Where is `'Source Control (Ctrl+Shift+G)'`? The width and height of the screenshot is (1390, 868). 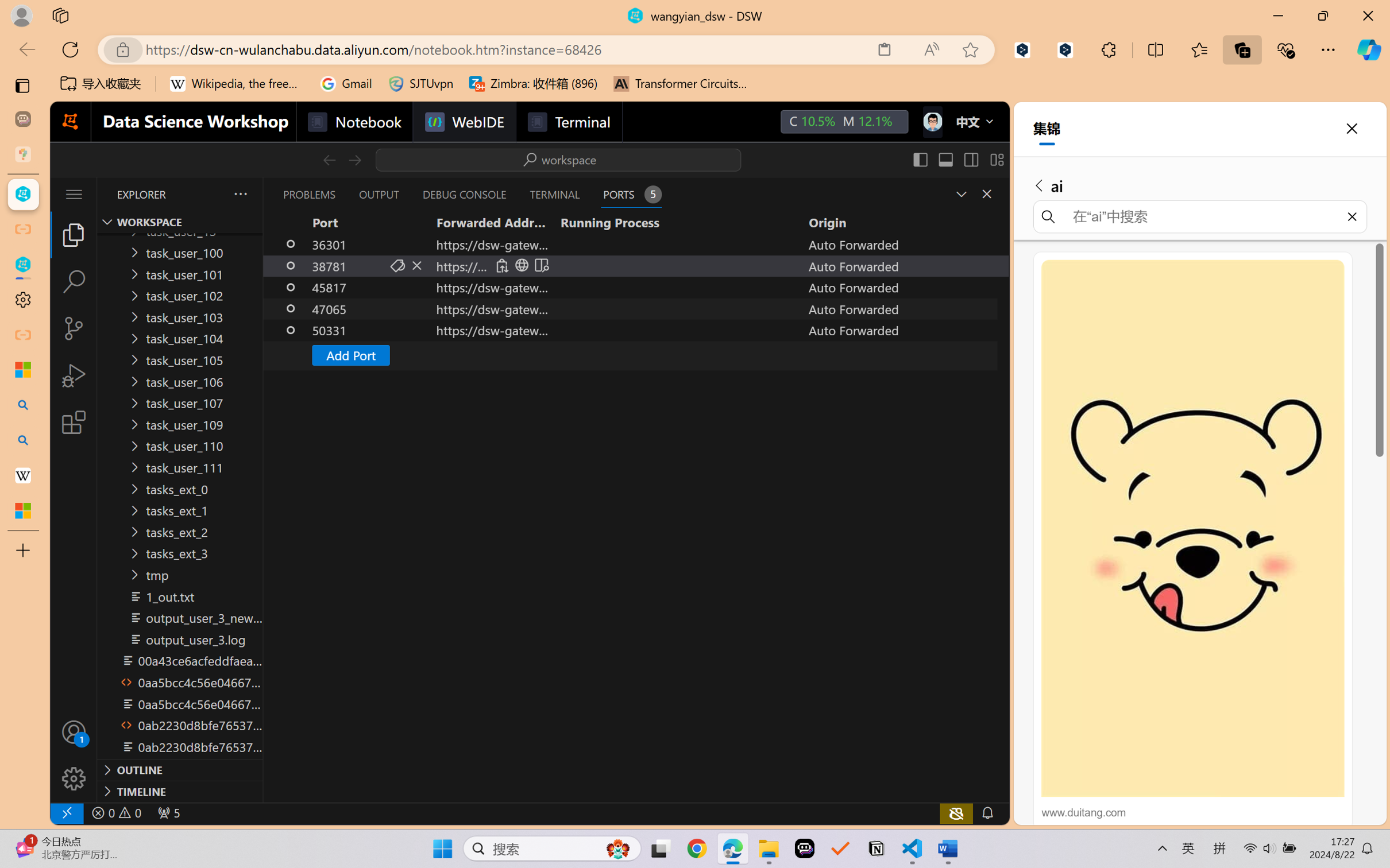 'Source Control (Ctrl+Shift+G)' is located at coordinates (73, 328).